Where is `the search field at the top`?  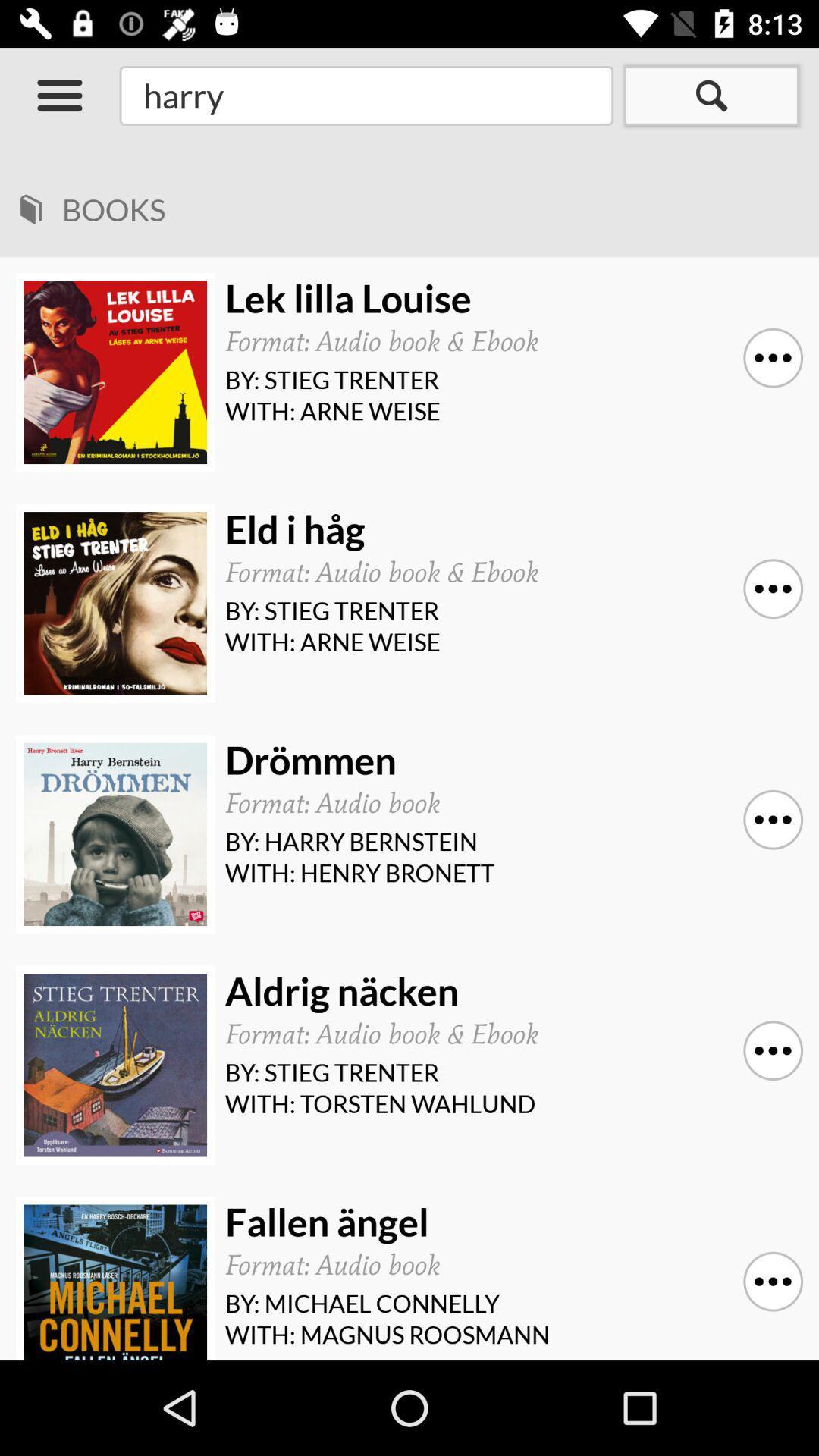
the search field at the top is located at coordinates (366, 95).